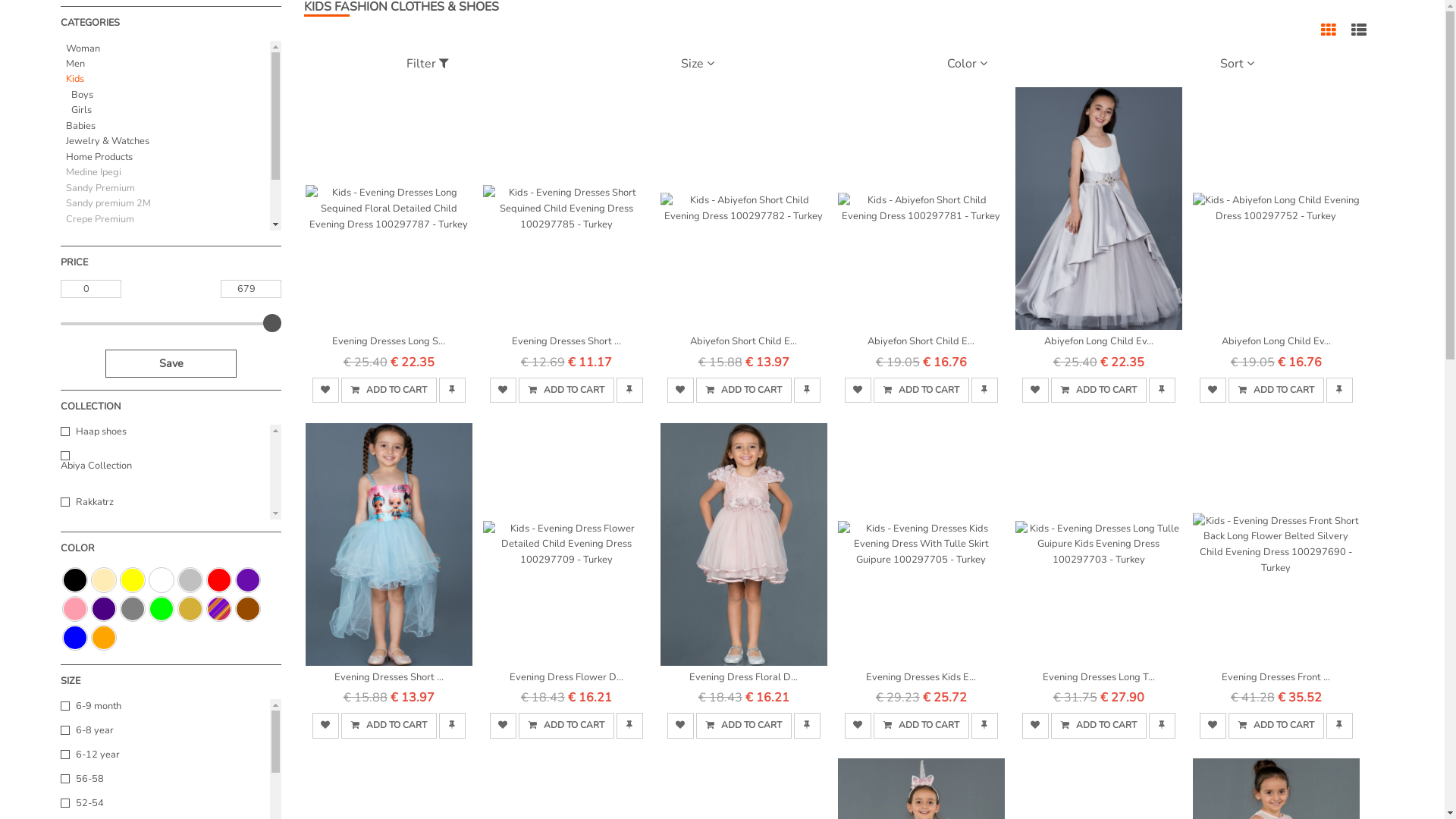 The height and width of the screenshot is (819, 1456). Describe the element at coordinates (247, 607) in the screenshot. I see `'Brown'` at that location.